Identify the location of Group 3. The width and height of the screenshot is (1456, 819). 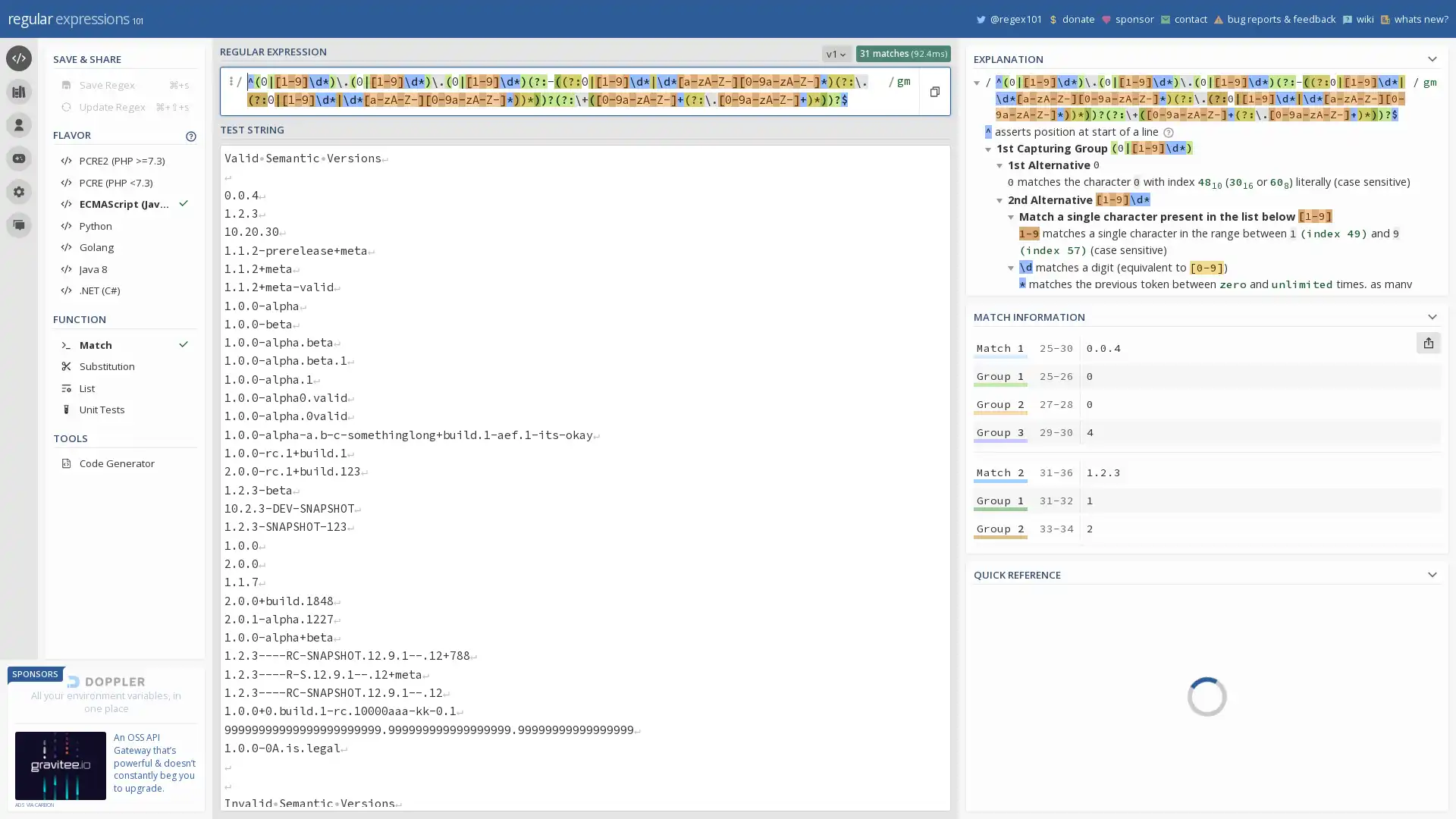
(1000, 804).